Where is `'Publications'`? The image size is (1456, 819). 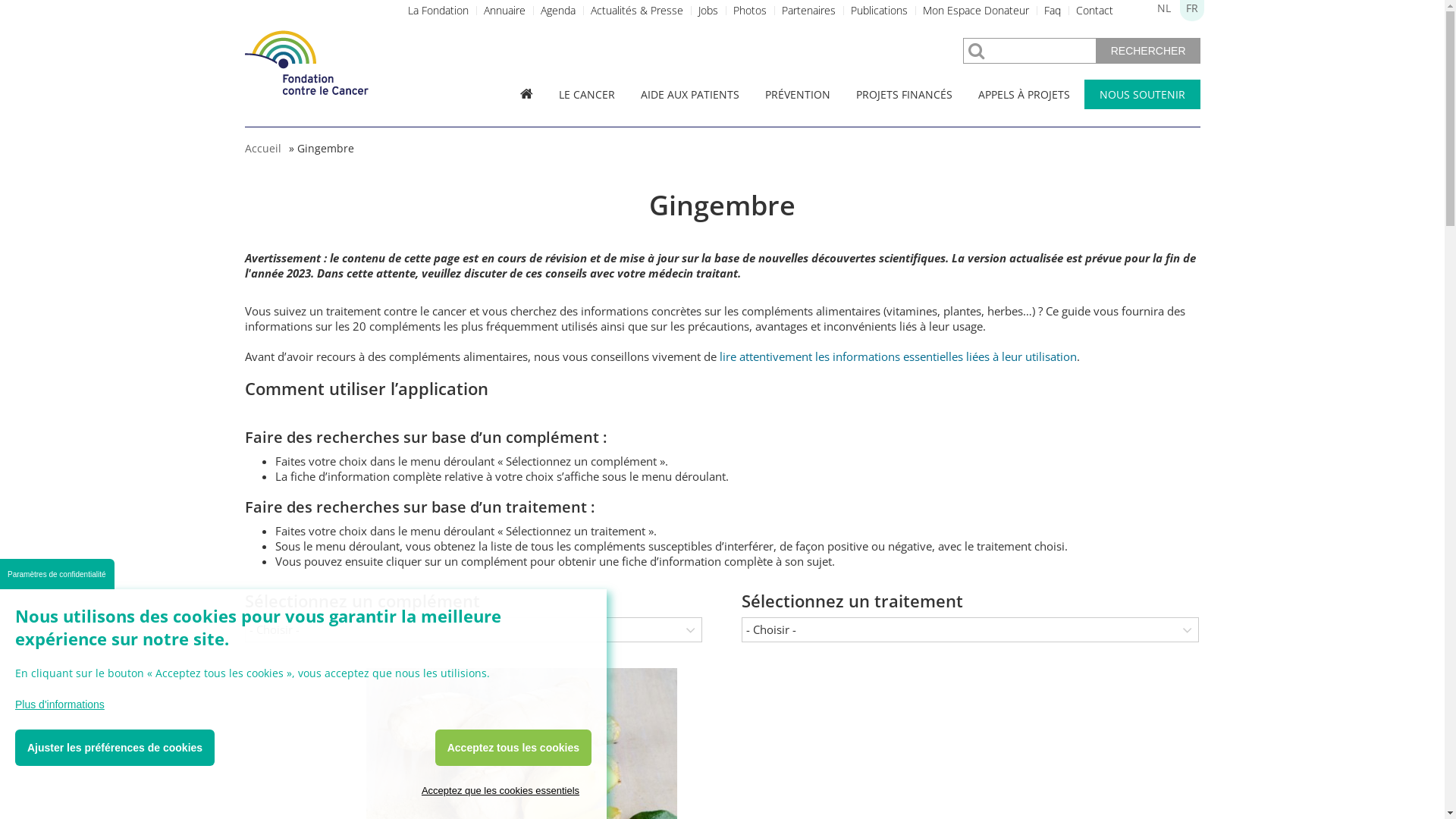 'Publications' is located at coordinates (879, 10).